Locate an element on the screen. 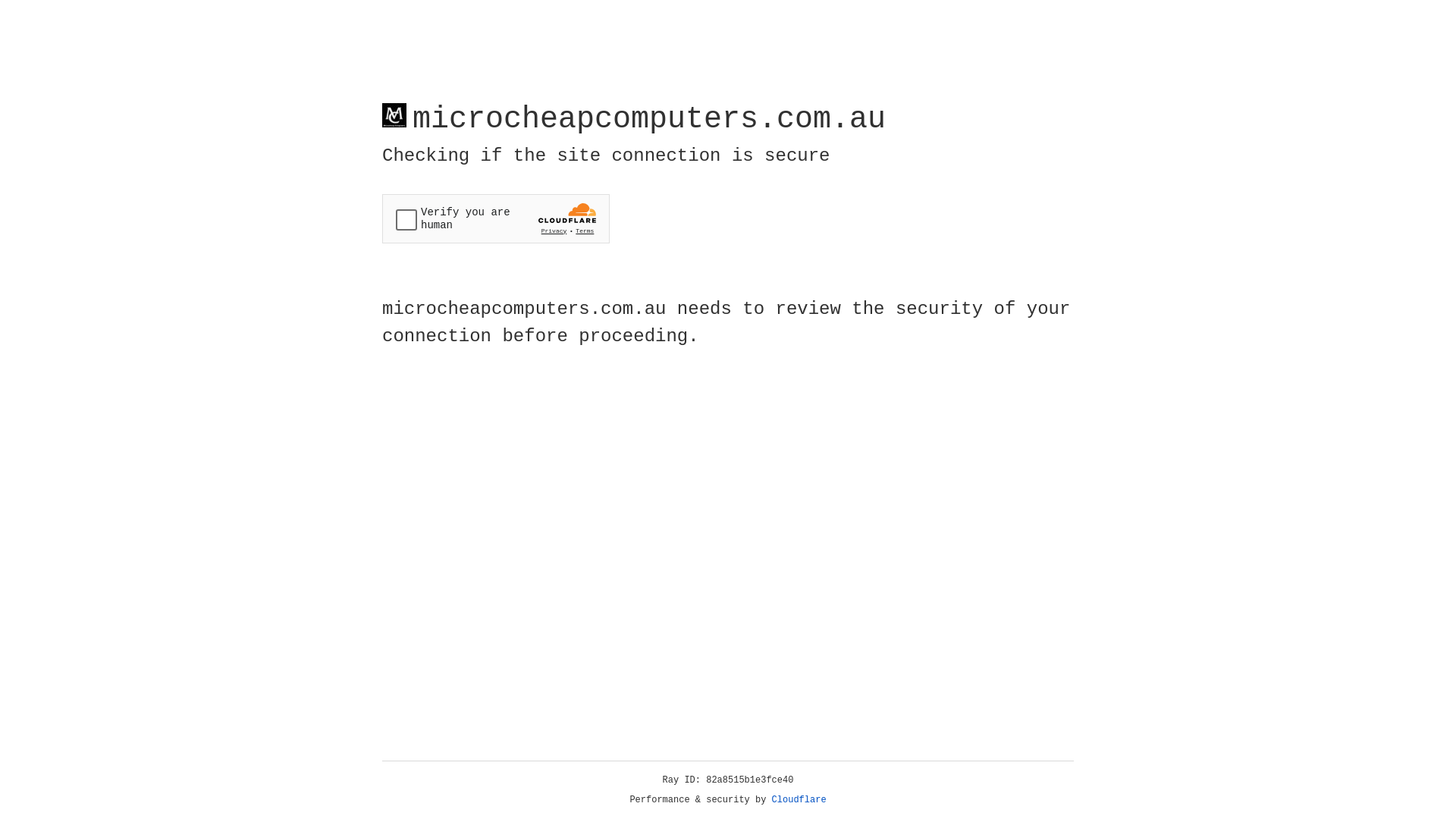  'Cloudflare' is located at coordinates (799, 799).